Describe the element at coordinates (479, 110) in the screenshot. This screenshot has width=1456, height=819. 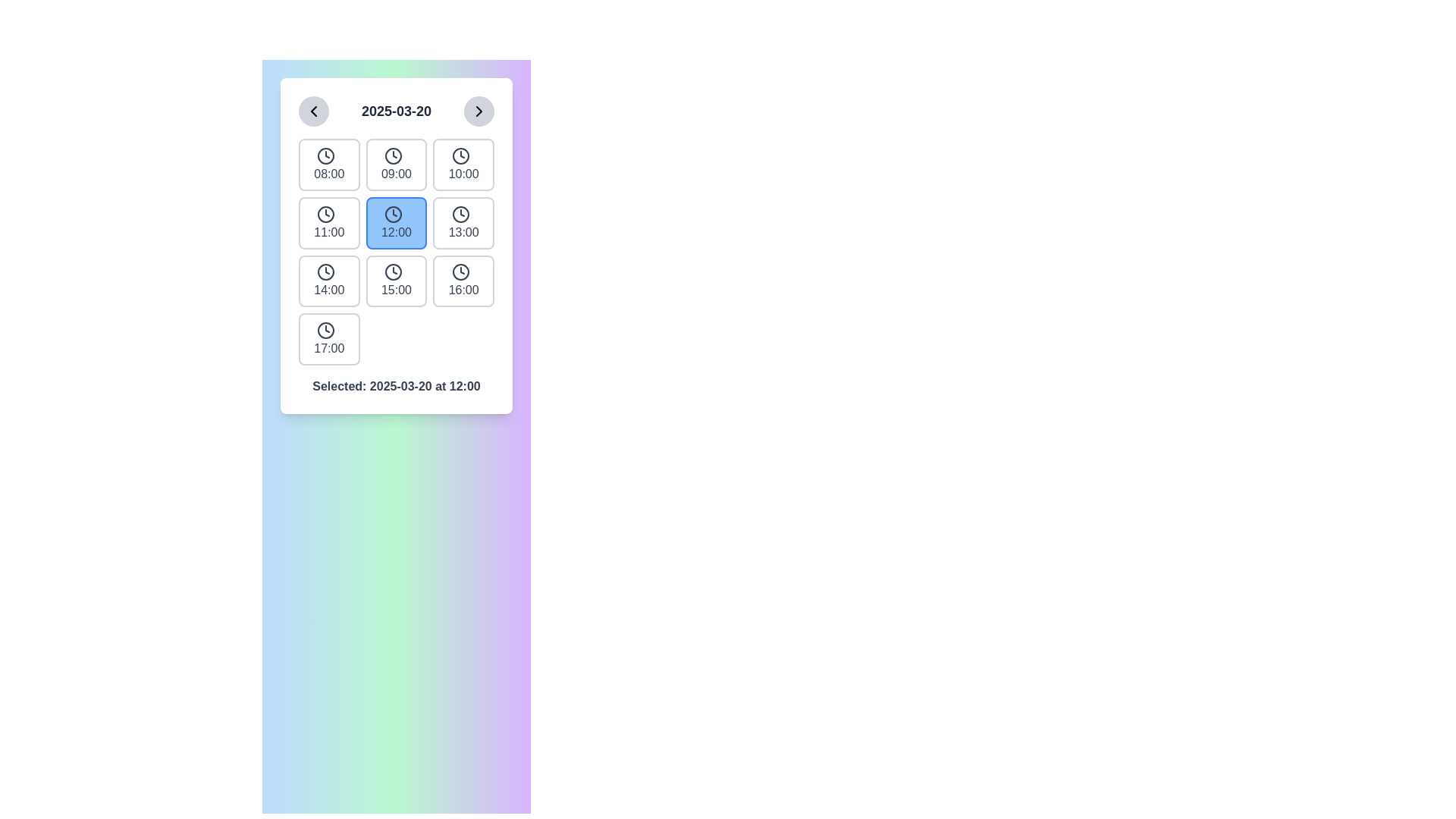
I see `the Chevron icon in the top-right corner of the header, adjacent to the date label '2025-03-20'` at that location.